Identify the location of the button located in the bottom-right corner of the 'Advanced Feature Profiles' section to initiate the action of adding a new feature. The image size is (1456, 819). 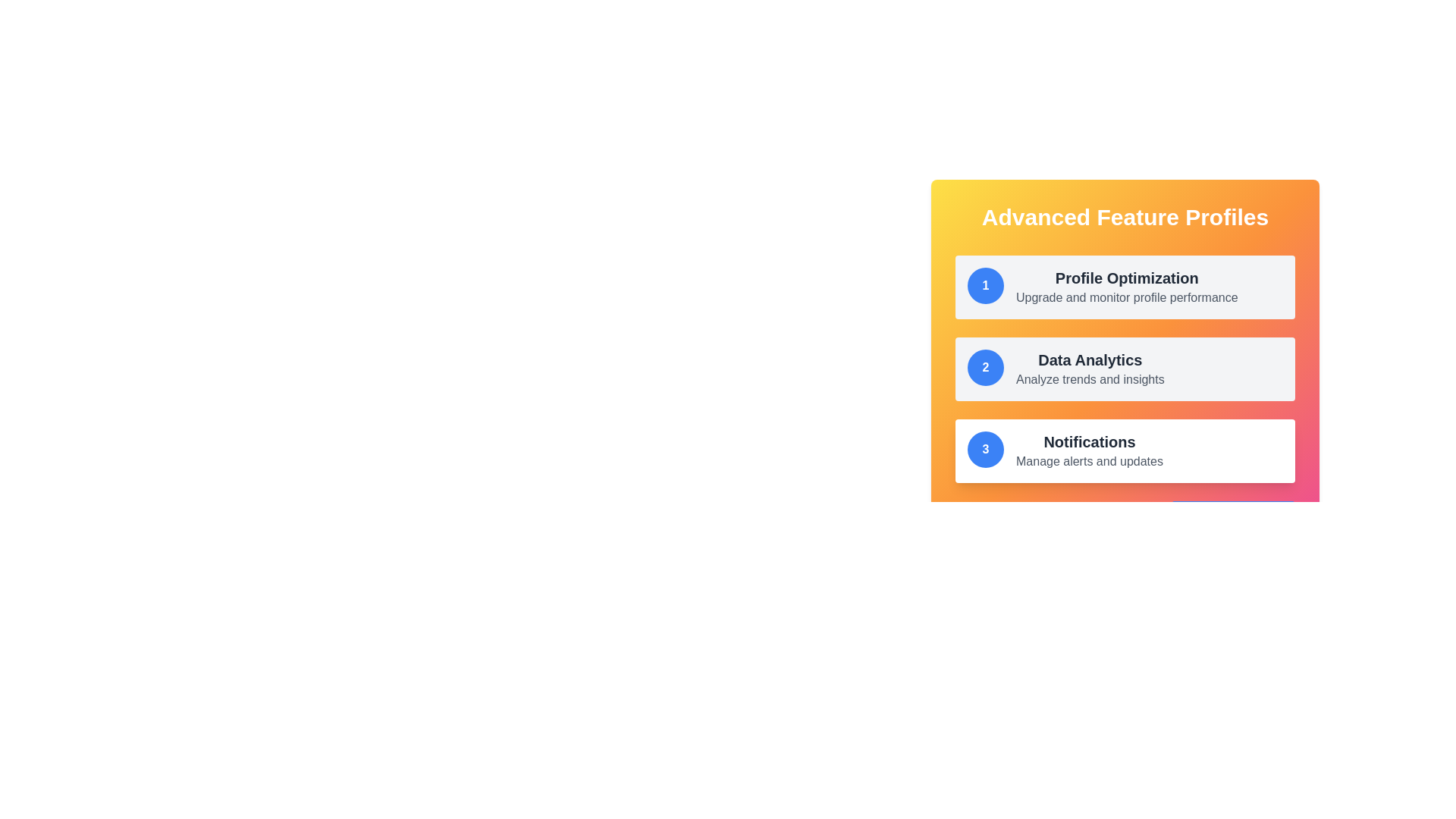
(1125, 516).